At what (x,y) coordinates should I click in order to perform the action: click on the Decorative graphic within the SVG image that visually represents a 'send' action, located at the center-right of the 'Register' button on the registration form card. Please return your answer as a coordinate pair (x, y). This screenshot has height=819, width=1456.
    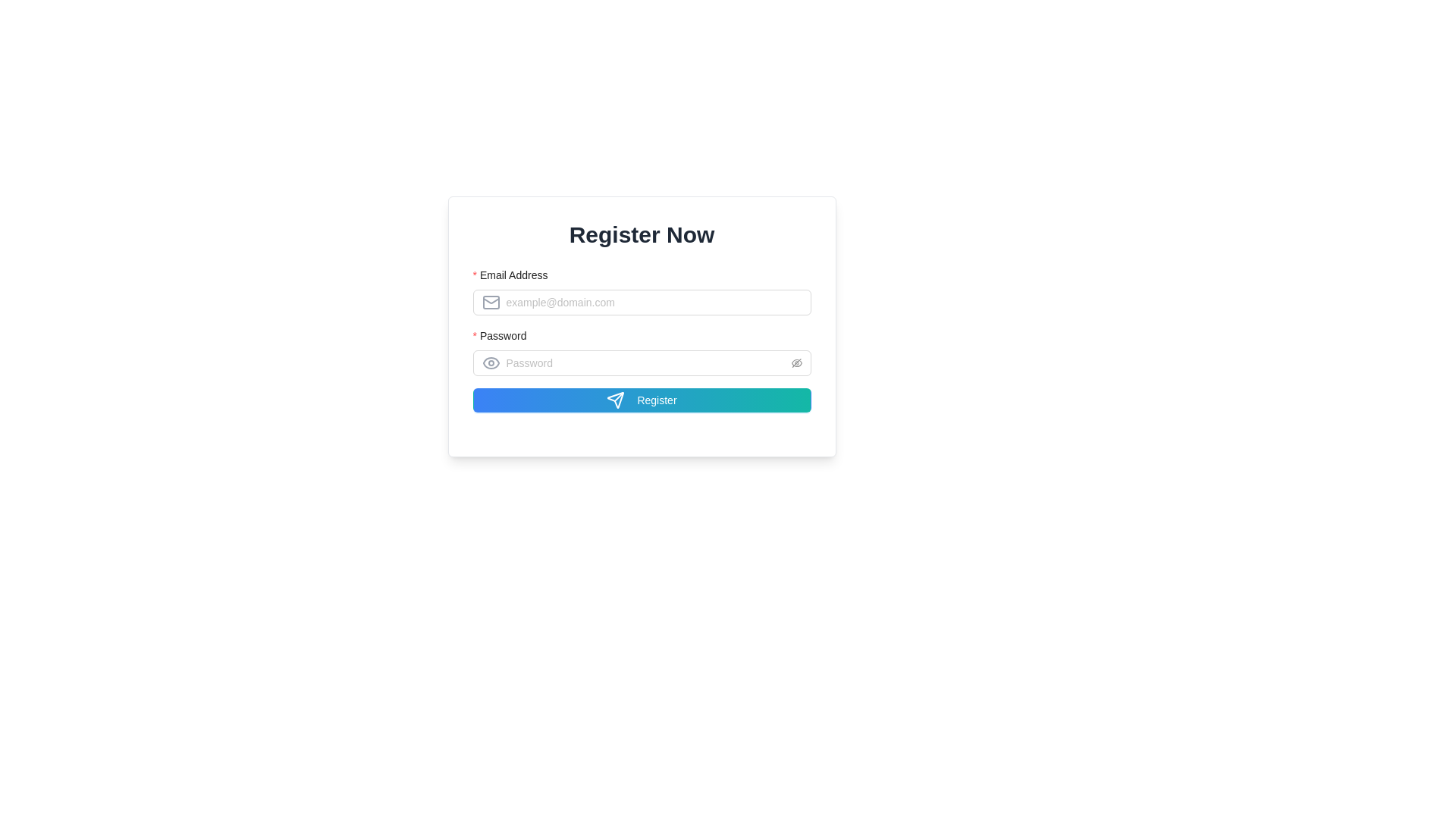
    Looking at the image, I should click on (616, 400).